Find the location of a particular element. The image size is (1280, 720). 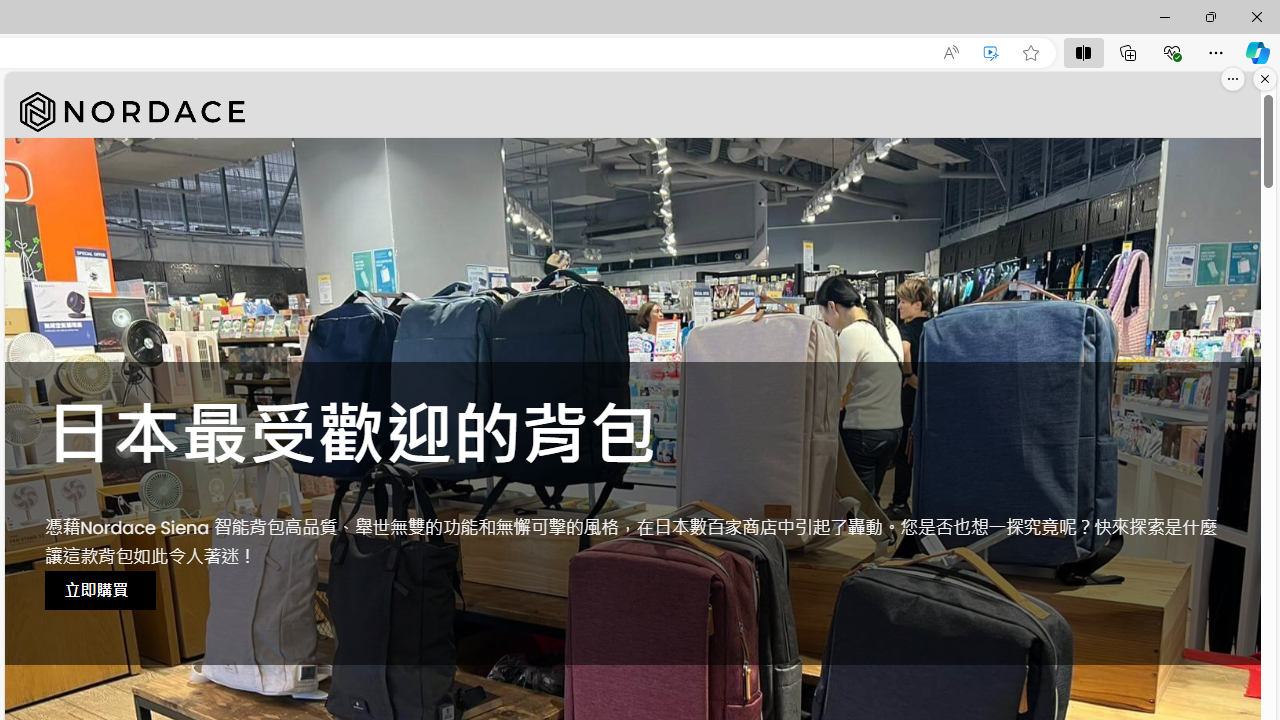

'Nordace' is located at coordinates (132, 111).